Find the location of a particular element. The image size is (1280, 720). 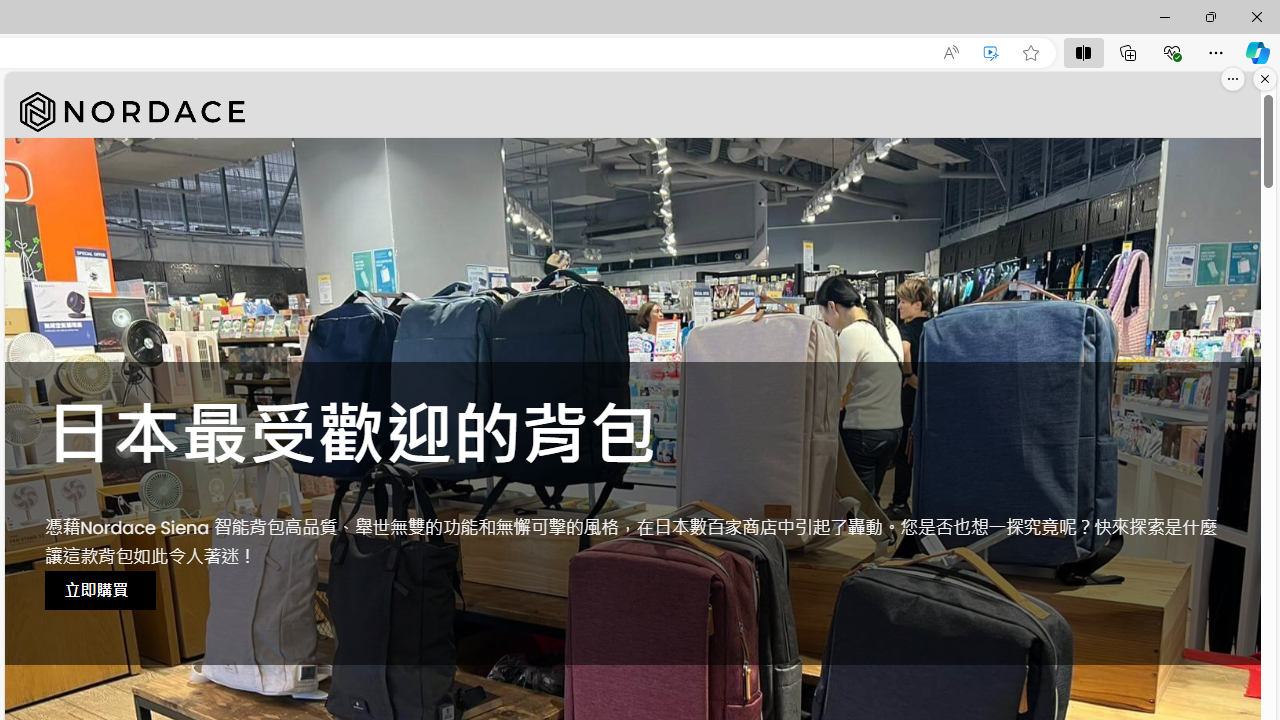

'Nordace' is located at coordinates (132, 111).